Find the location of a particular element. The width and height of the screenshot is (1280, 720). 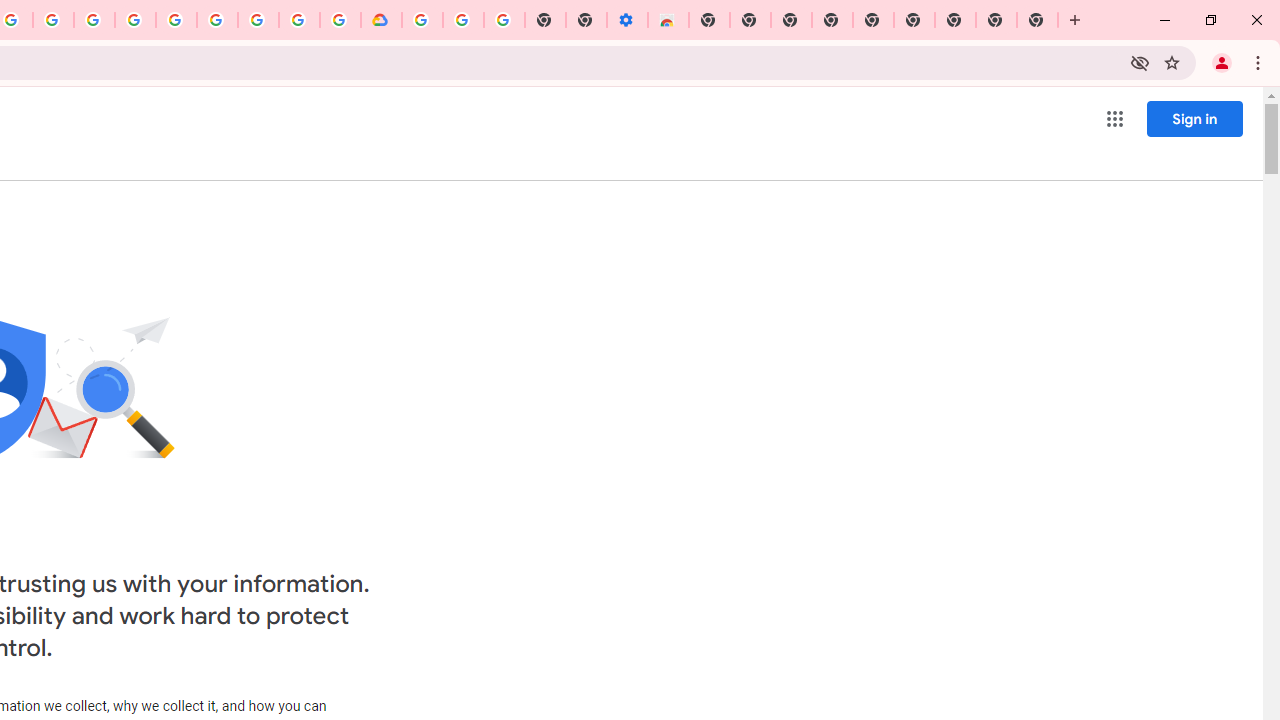

'Chrome Web Store - Accessibility extensions' is located at coordinates (668, 20).